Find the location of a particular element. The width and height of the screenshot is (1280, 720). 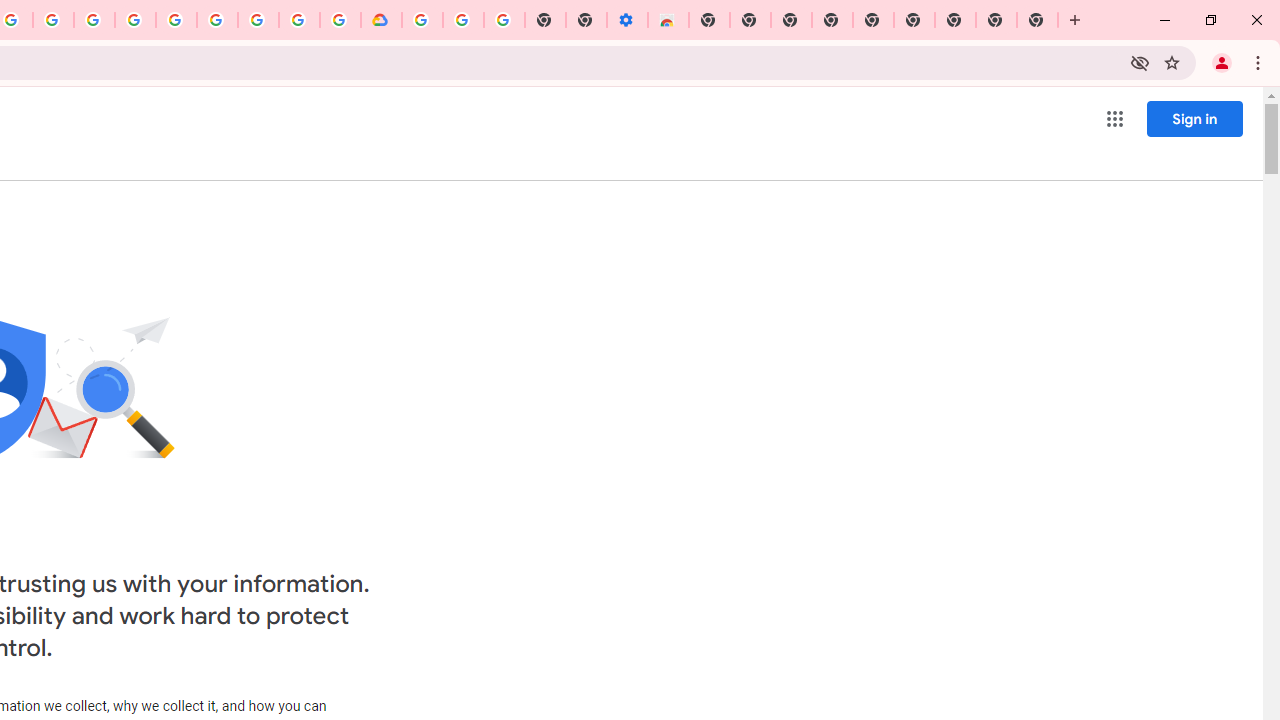

'Chrome Web Store - Accessibility extensions' is located at coordinates (668, 20).